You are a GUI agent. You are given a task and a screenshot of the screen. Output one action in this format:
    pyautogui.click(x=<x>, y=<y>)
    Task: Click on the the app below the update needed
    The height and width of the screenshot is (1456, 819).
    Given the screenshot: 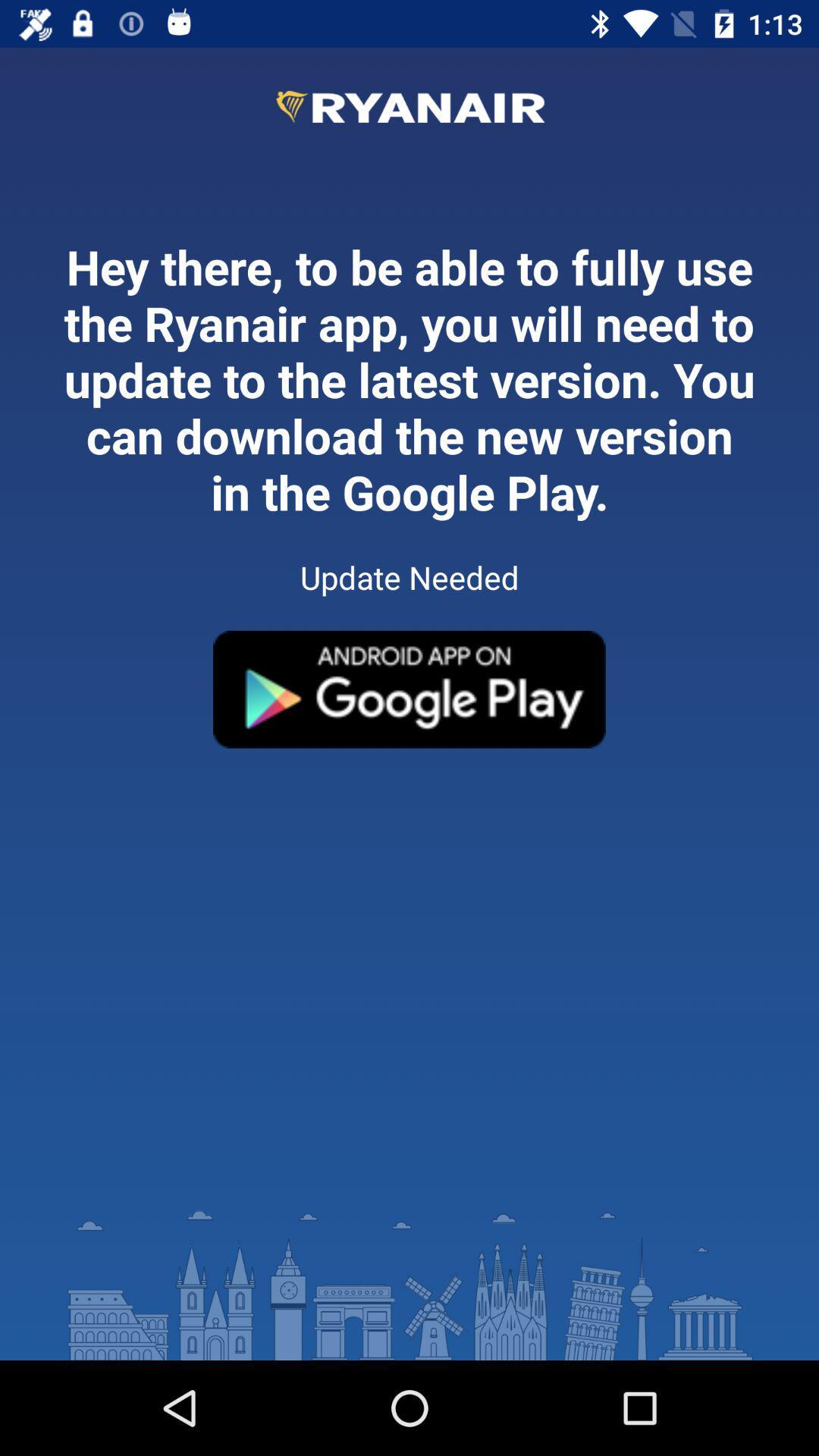 What is the action you would take?
    pyautogui.click(x=409, y=689)
    